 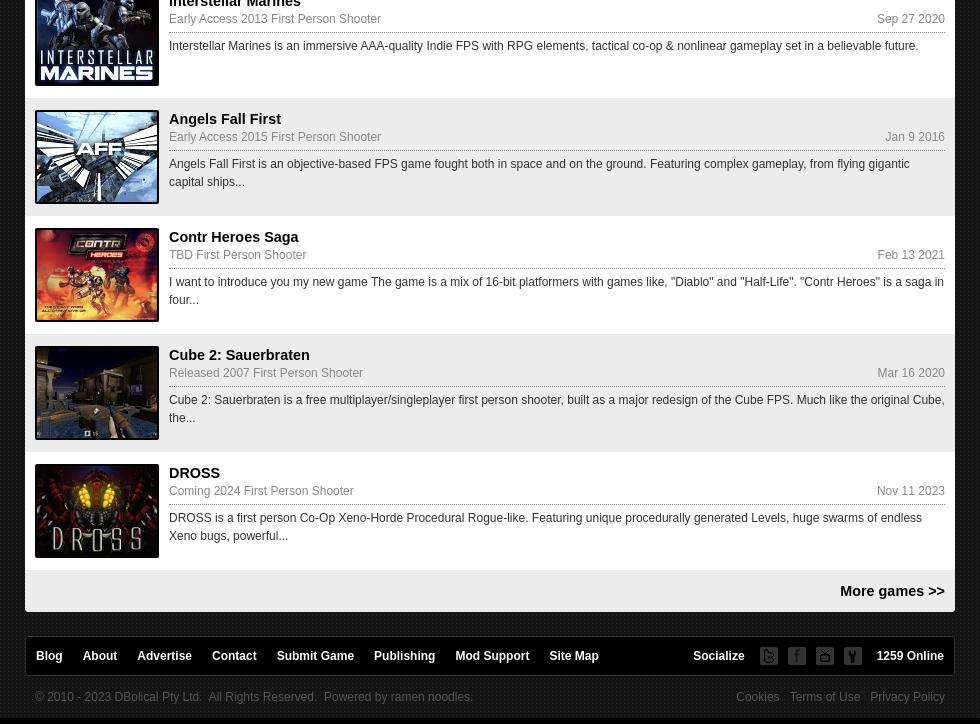 I want to click on 'Nov 11 2023', so click(x=910, y=490).